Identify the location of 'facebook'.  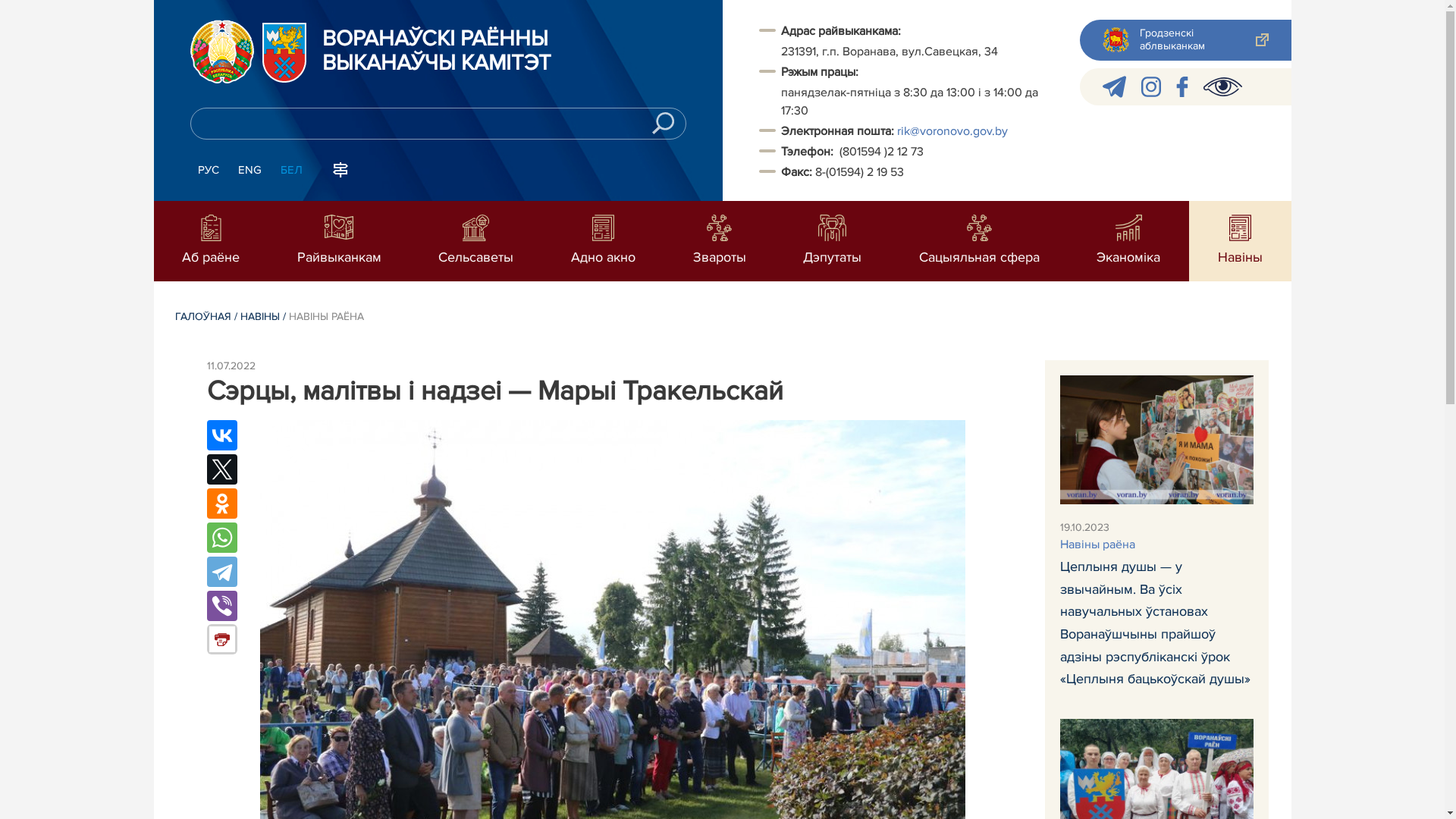
(1181, 86).